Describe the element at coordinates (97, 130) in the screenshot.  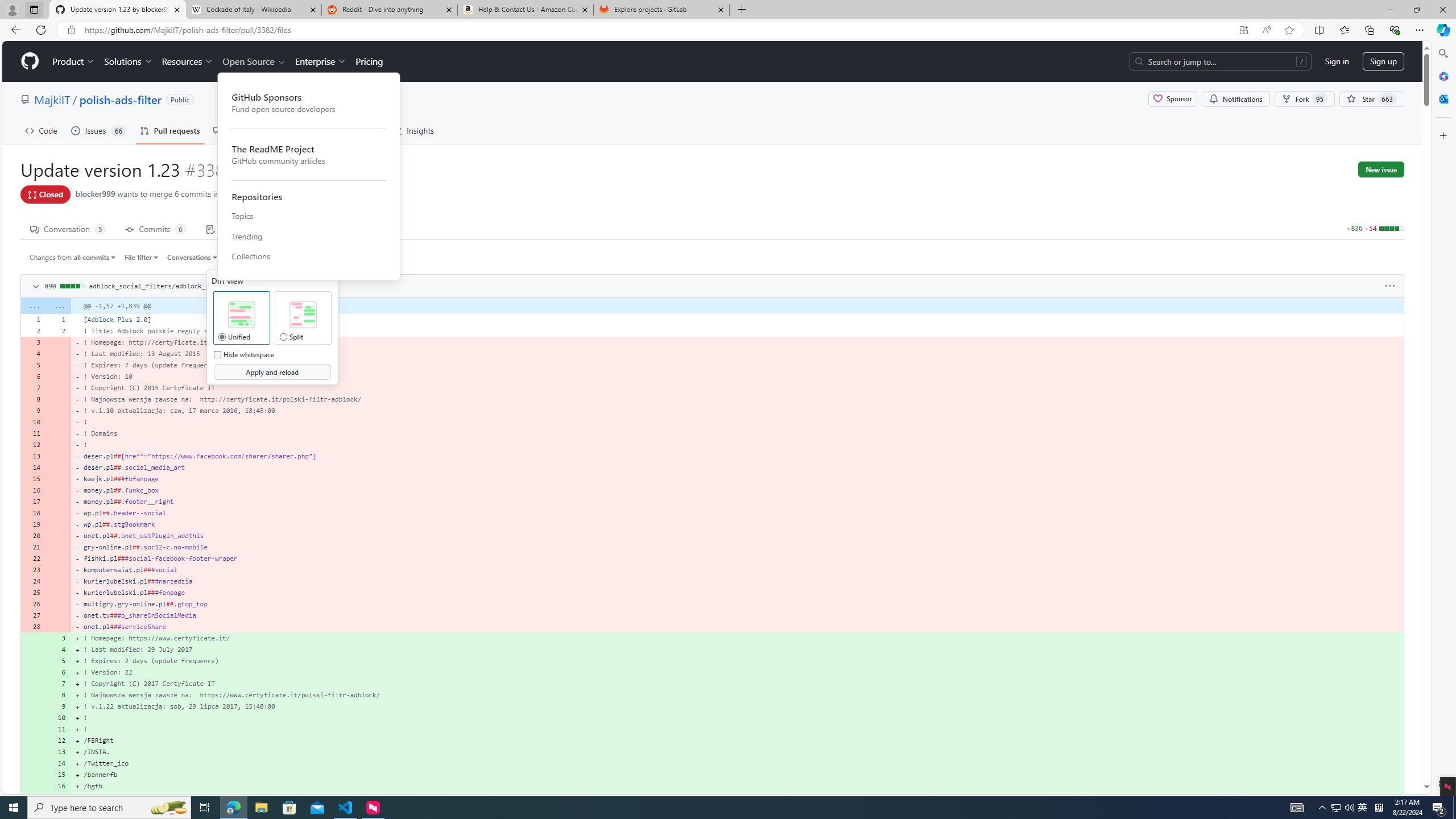
I see `'Issues 66'` at that location.